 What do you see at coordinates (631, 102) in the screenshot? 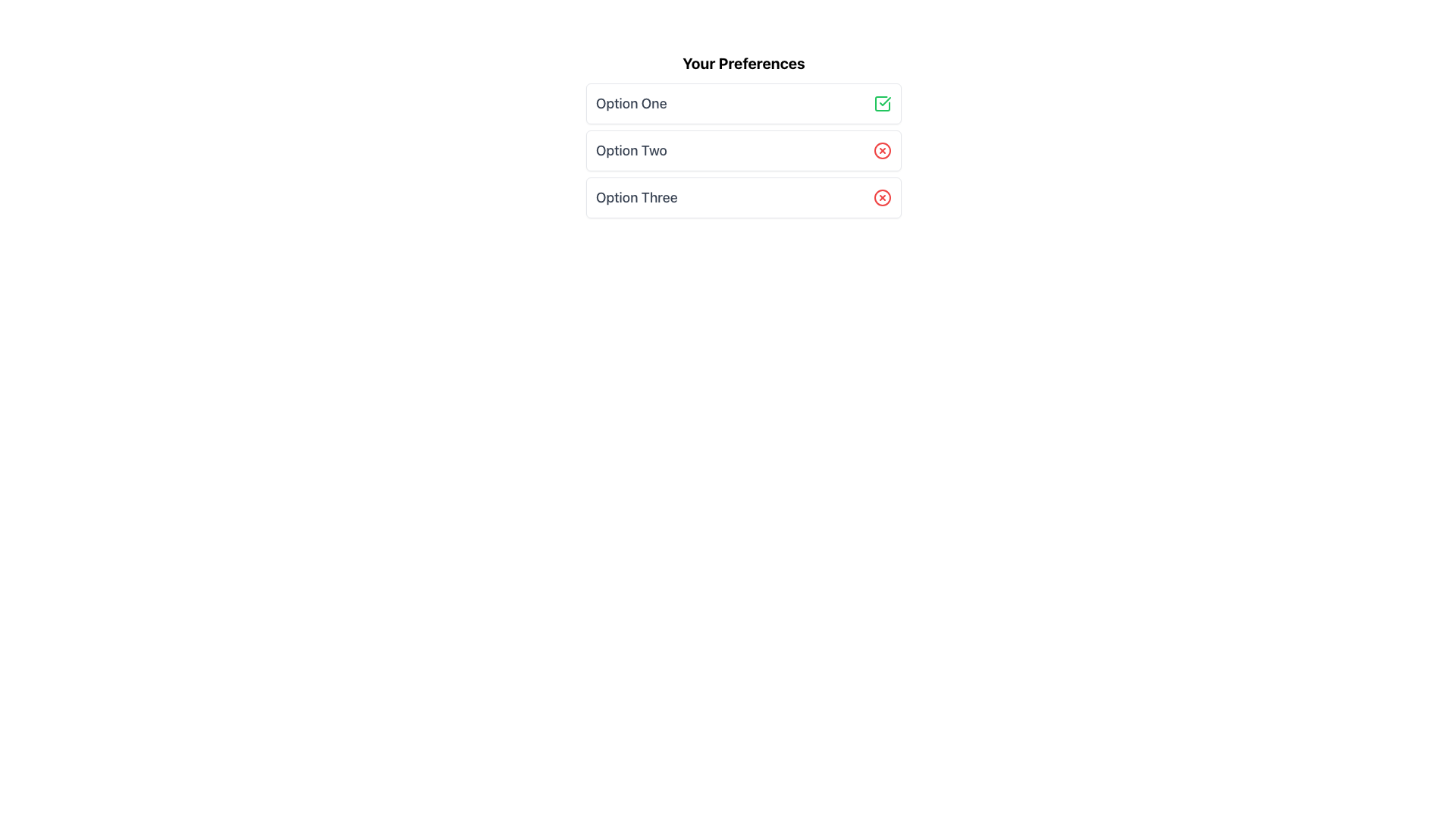
I see `the static text label that identifies the first option in the 'Your Preferences' selection panel, which is located above 'Option Two' and 'Option Three', and has a green checkmark icon to the right` at bounding box center [631, 102].